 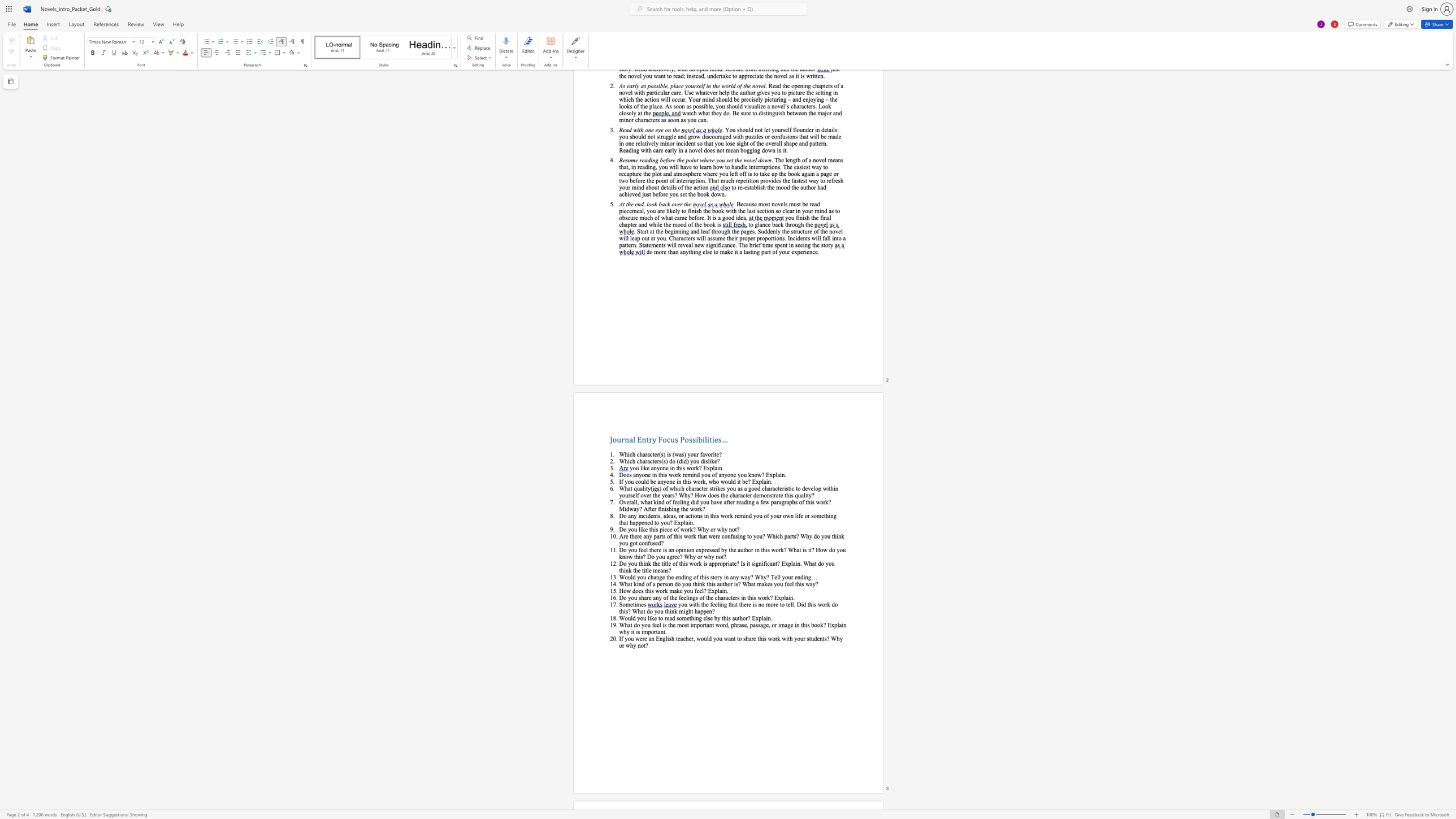 I want to click on the subset text "of a person do you think th" within the text "What kind of a person do you think this author is? What makes you feel this way?", so click(x=645, y=583).